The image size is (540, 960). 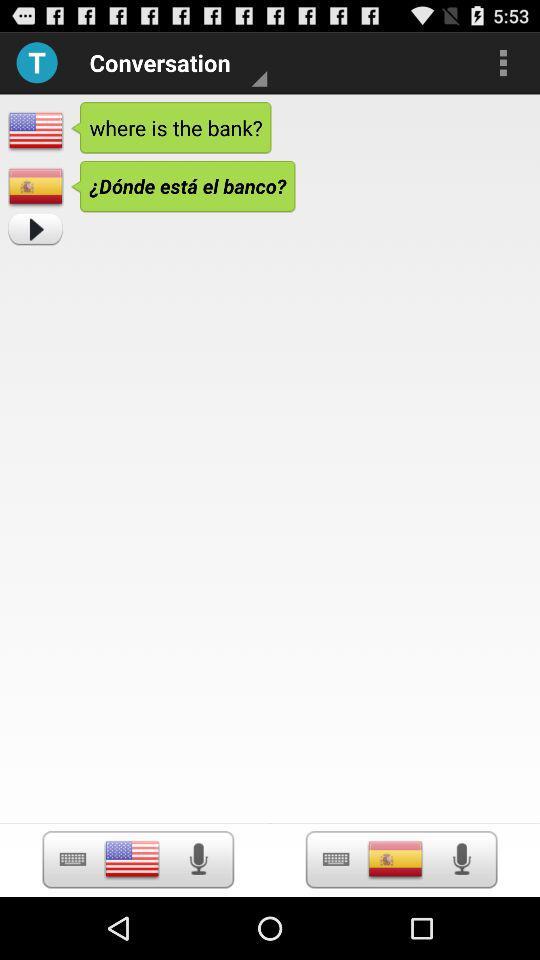 What do you see at coordinates (461, 858) in the screenshot?
I see `turn on microphone` at bounding box center [461, 858].